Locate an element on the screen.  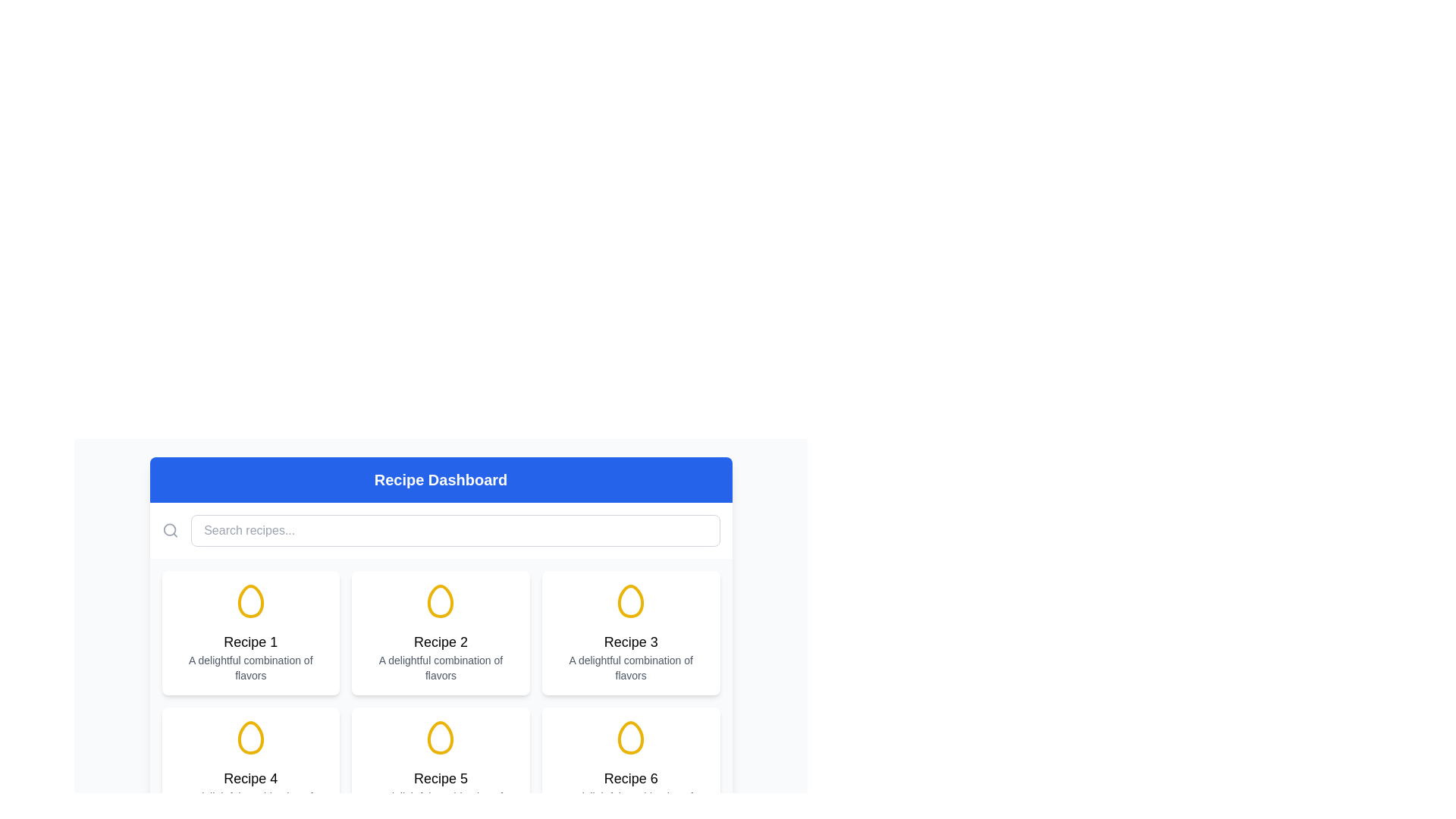
text content of the label displaying 'Recipe 6', which is styled with a medium-sized bold font, located within a white rounded rectangle card in the bottom-right corner of the grid is located at coordinates (631, 778).